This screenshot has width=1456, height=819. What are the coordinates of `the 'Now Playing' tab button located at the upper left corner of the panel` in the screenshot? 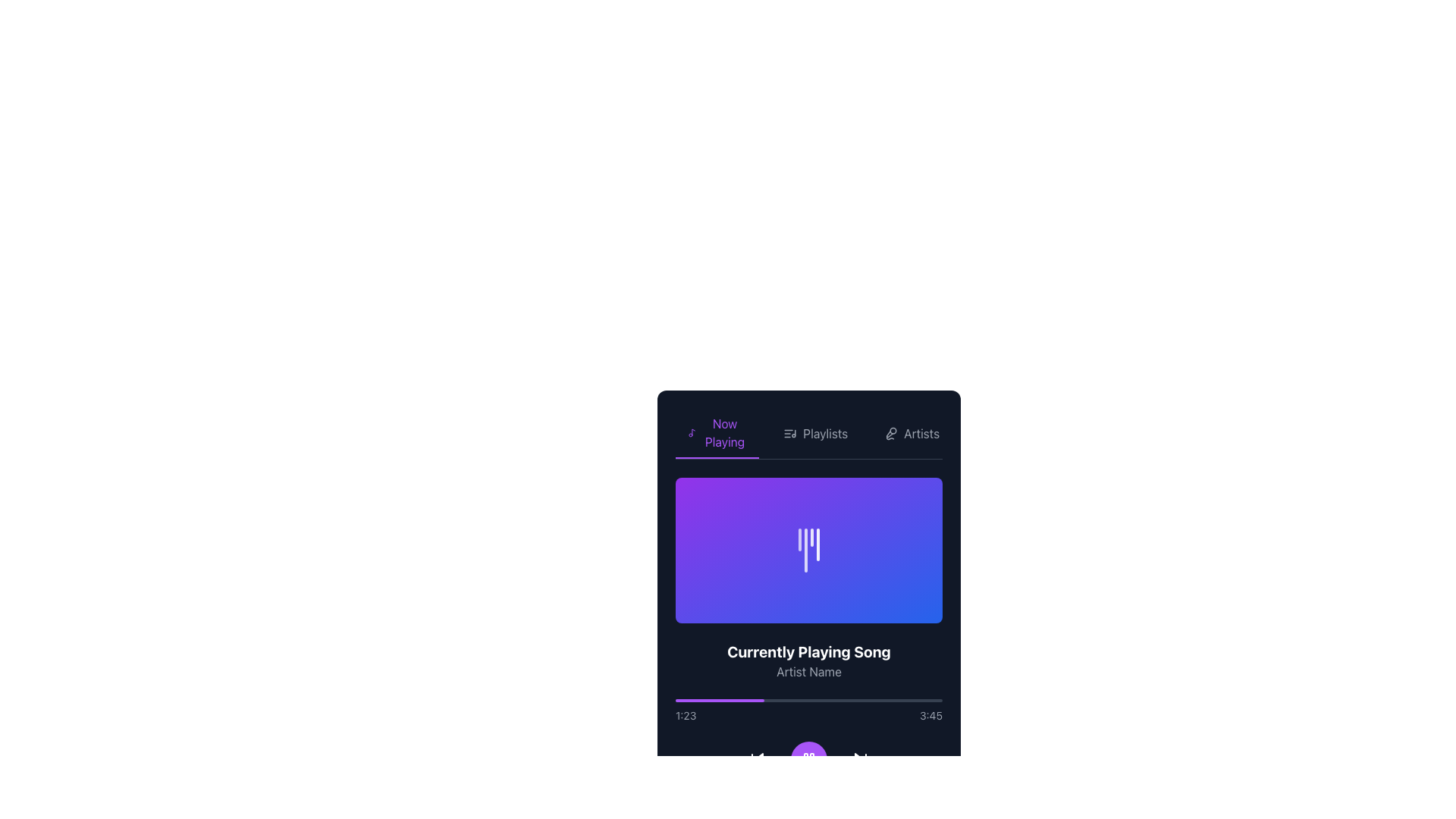 It's located at (717, 433).